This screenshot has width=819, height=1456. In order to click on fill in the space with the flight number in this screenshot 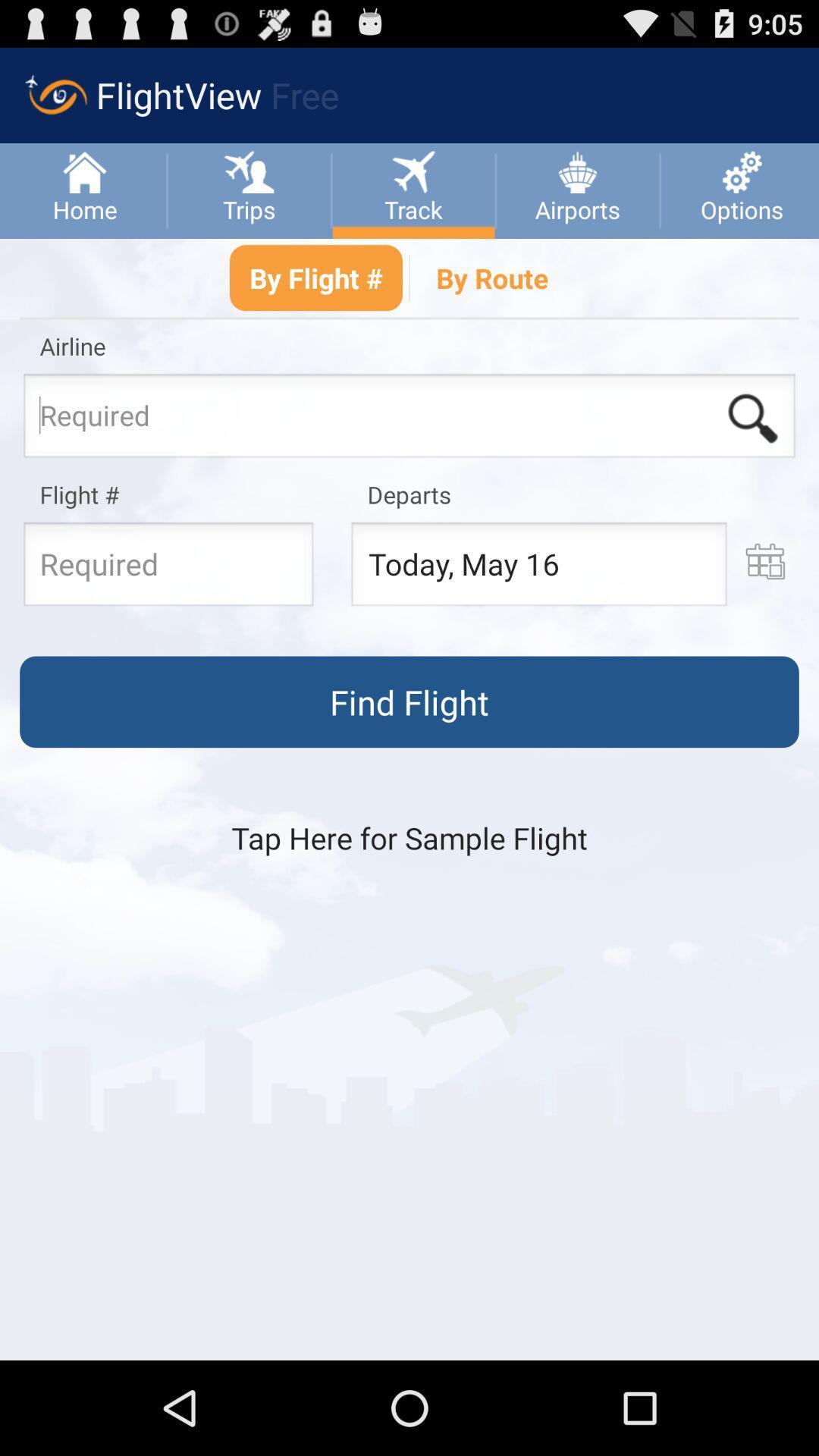, I will do `click(168, 567)`.